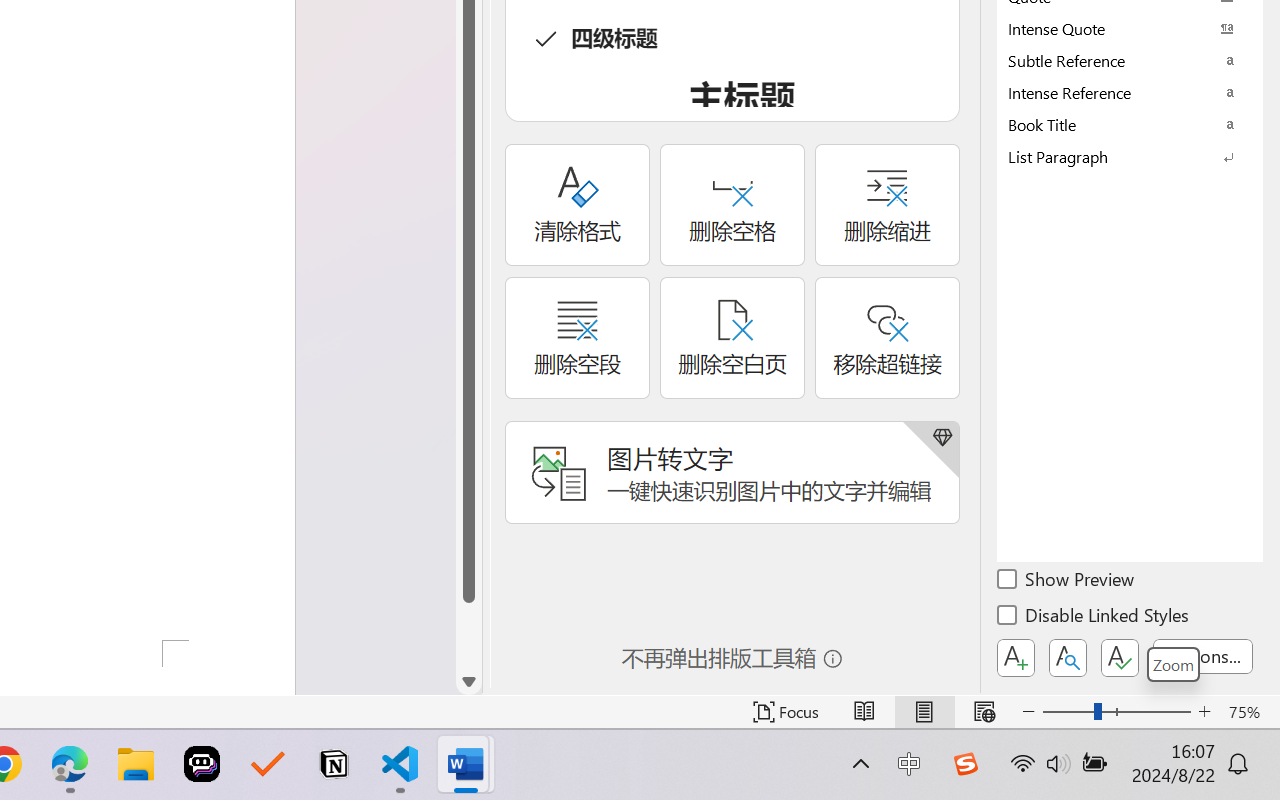 The width and height of the screenshot is (1280, 800). What do you see at coordinates (785, 711) in the screenshot?
I see `'Focus '` at bounding box center [785, 711].